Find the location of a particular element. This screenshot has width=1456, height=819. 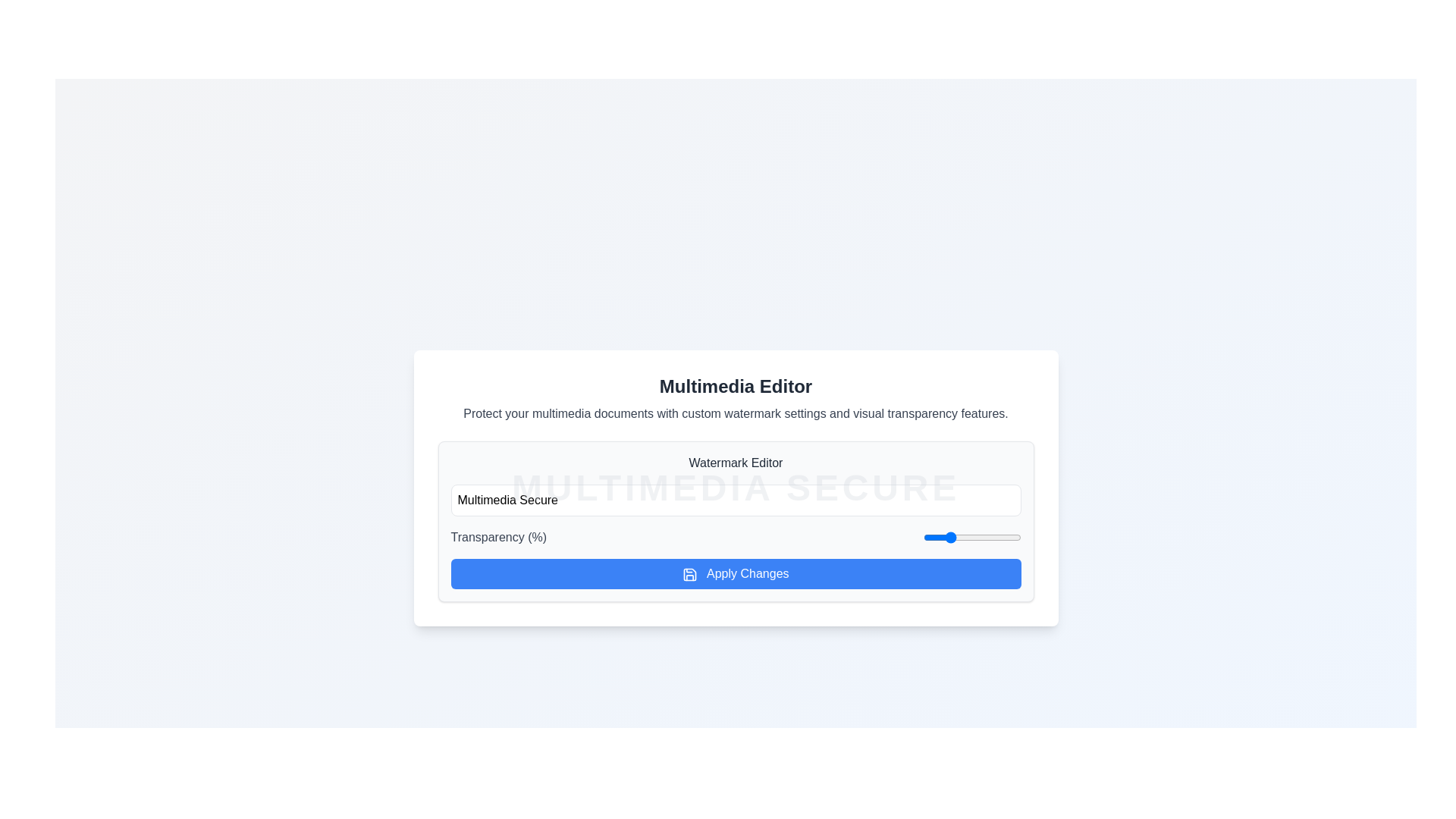

transparency is located at coordinates (930, 537).